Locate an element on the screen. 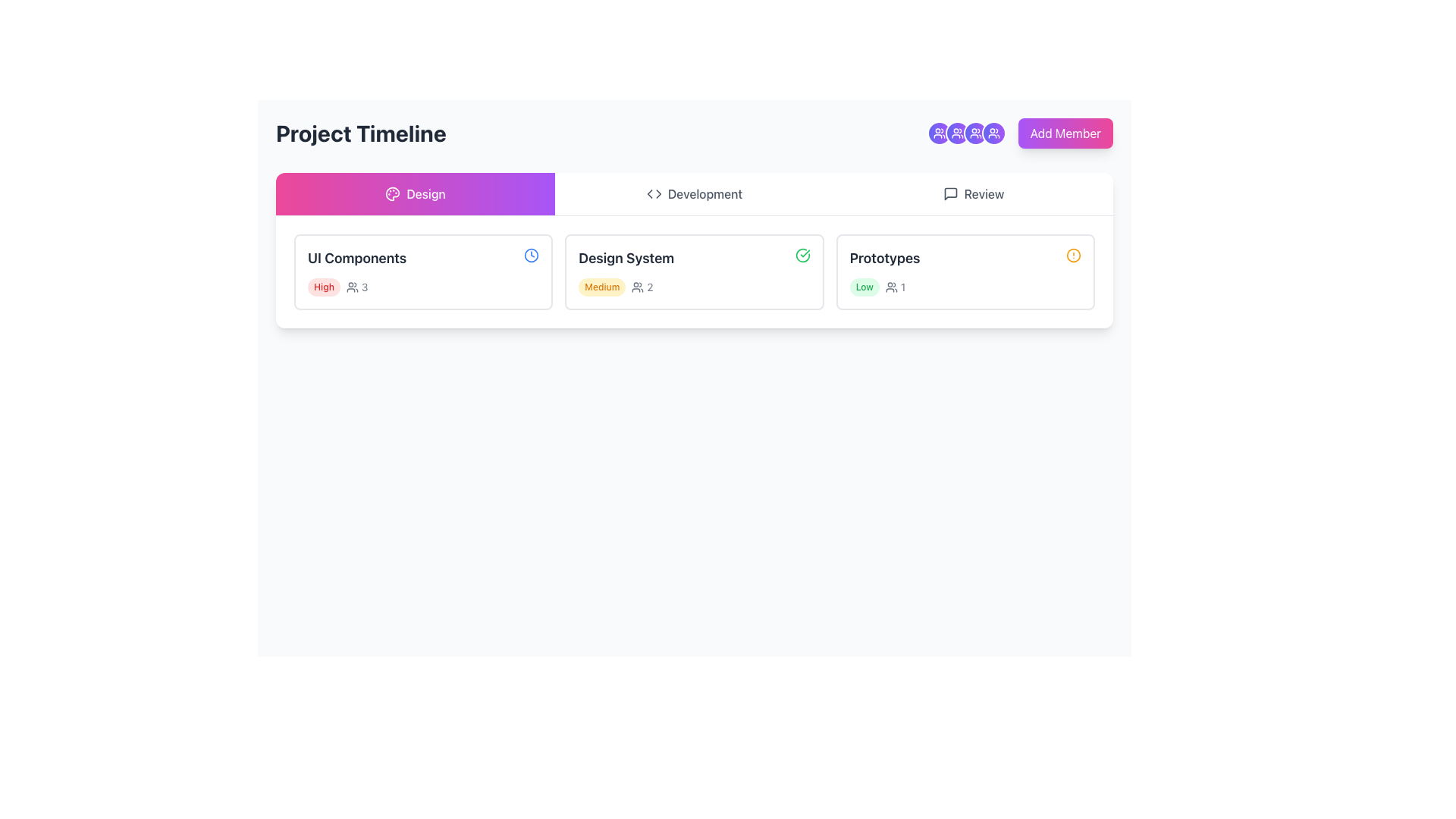 The image size is (1456, 819). the 'Low' status label located in the 'Prototypes' section, which indicates the priority level of the associated section is located at coordinates (864, 287).